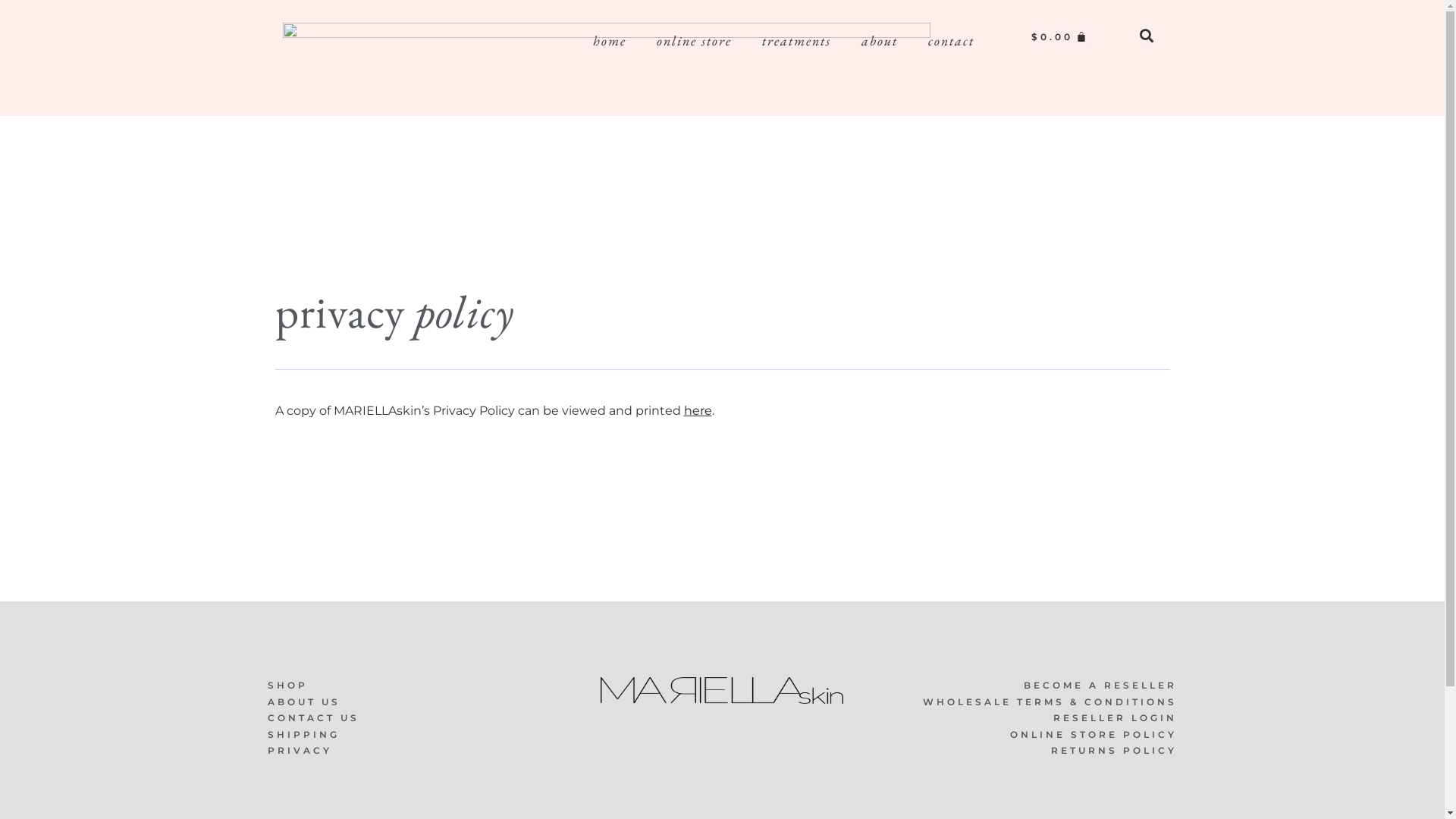 The image size is (1456, 819). What do you see at coordinates (1025, 685) in the screenshot?
I see `'BECOME A RESELLER'` at bounding box center [1025, 685].